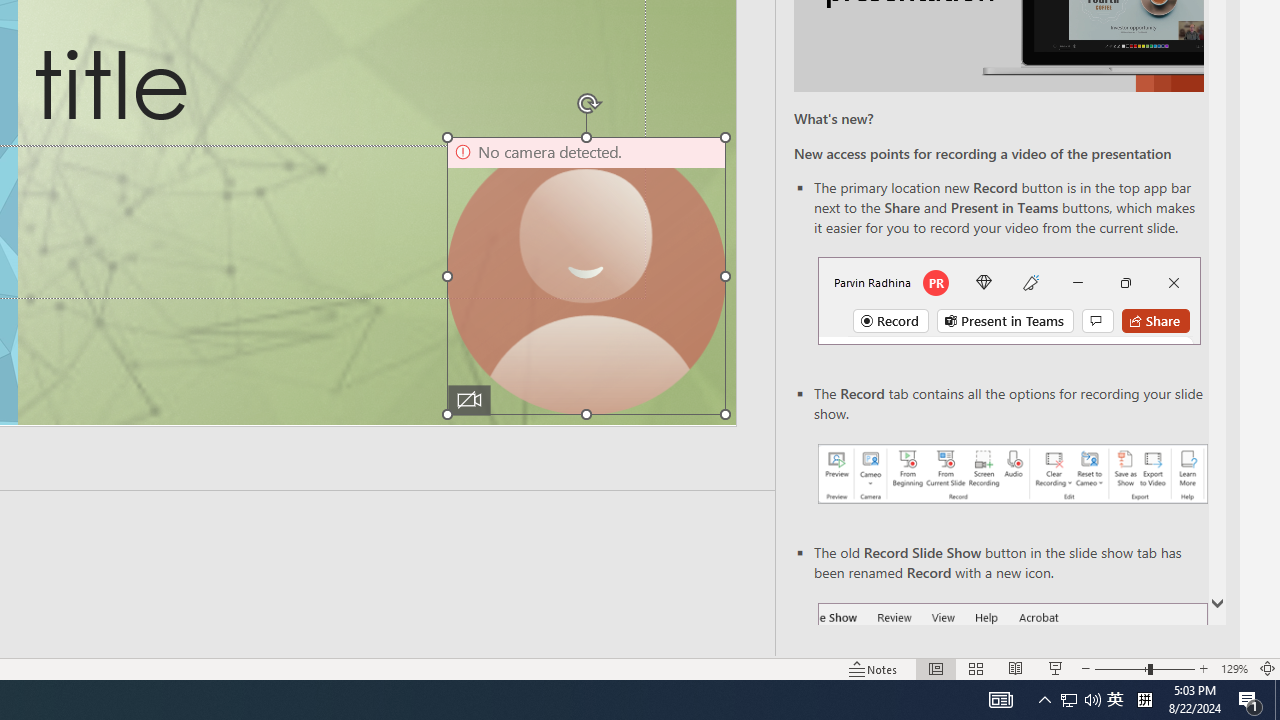 Image resolution: width=1280 pixels, height=720 pixels. What do you see at coordinates (1121, 669) in the screenshot?
I see `'Zoom Out'` at bounding box center [1121, 669].